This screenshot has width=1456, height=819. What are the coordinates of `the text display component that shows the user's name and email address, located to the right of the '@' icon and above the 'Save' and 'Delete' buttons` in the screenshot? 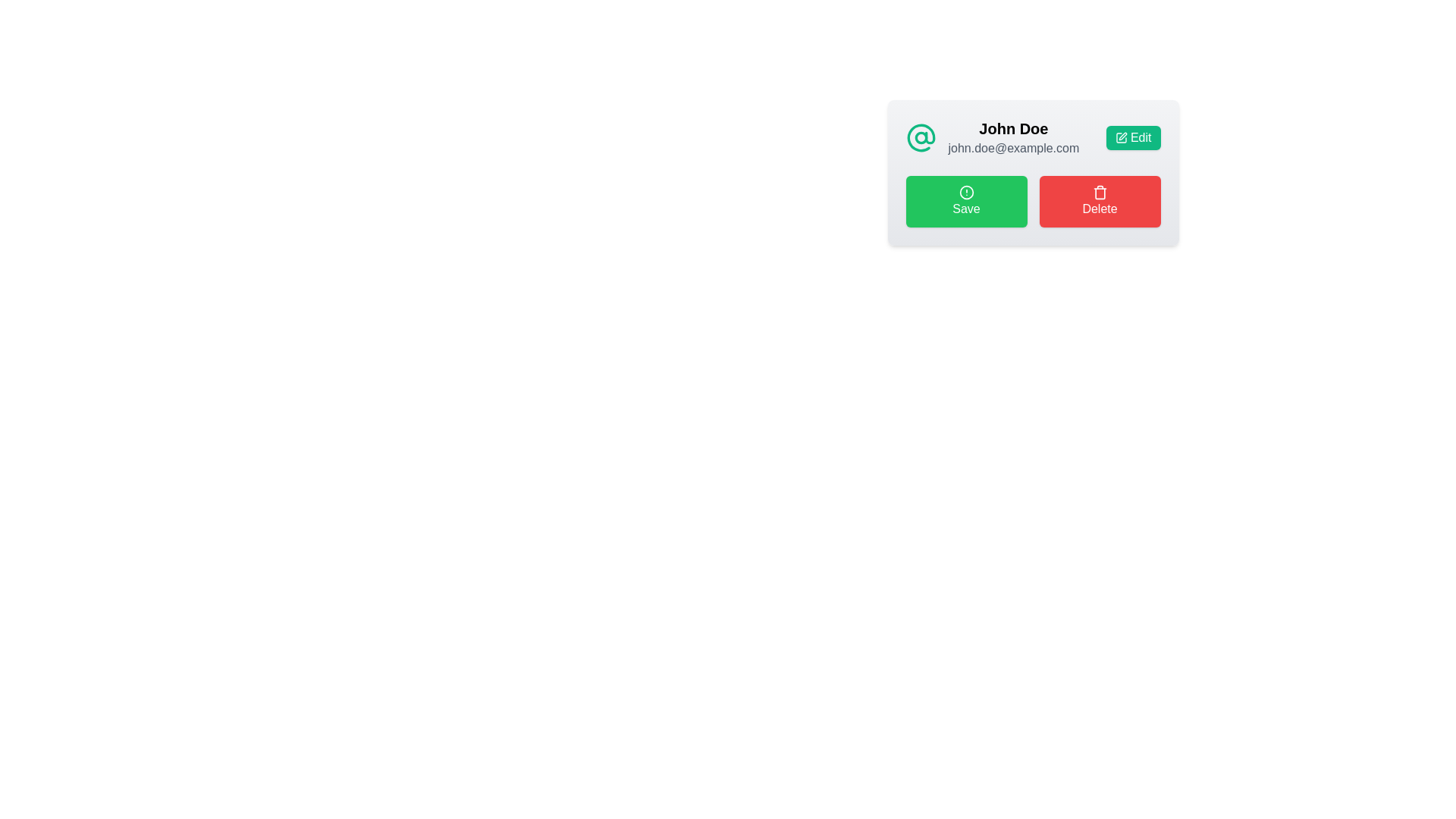 It's located at (1013, 137).